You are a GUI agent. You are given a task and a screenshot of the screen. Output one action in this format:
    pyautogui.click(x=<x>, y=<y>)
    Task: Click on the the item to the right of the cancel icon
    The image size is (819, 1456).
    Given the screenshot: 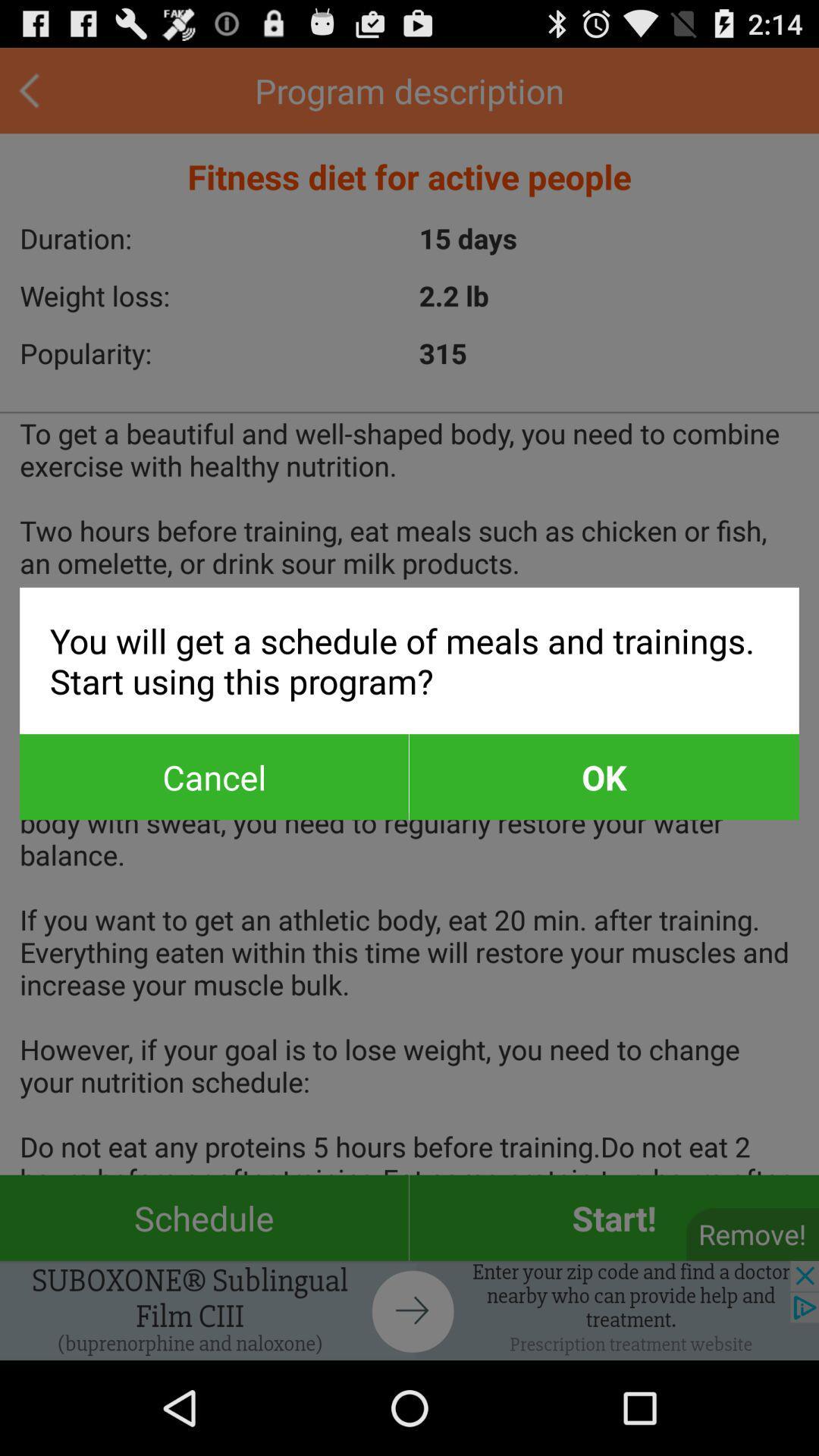 What is the action you would take?
    pyautogui.click(x=603, y=777)
    